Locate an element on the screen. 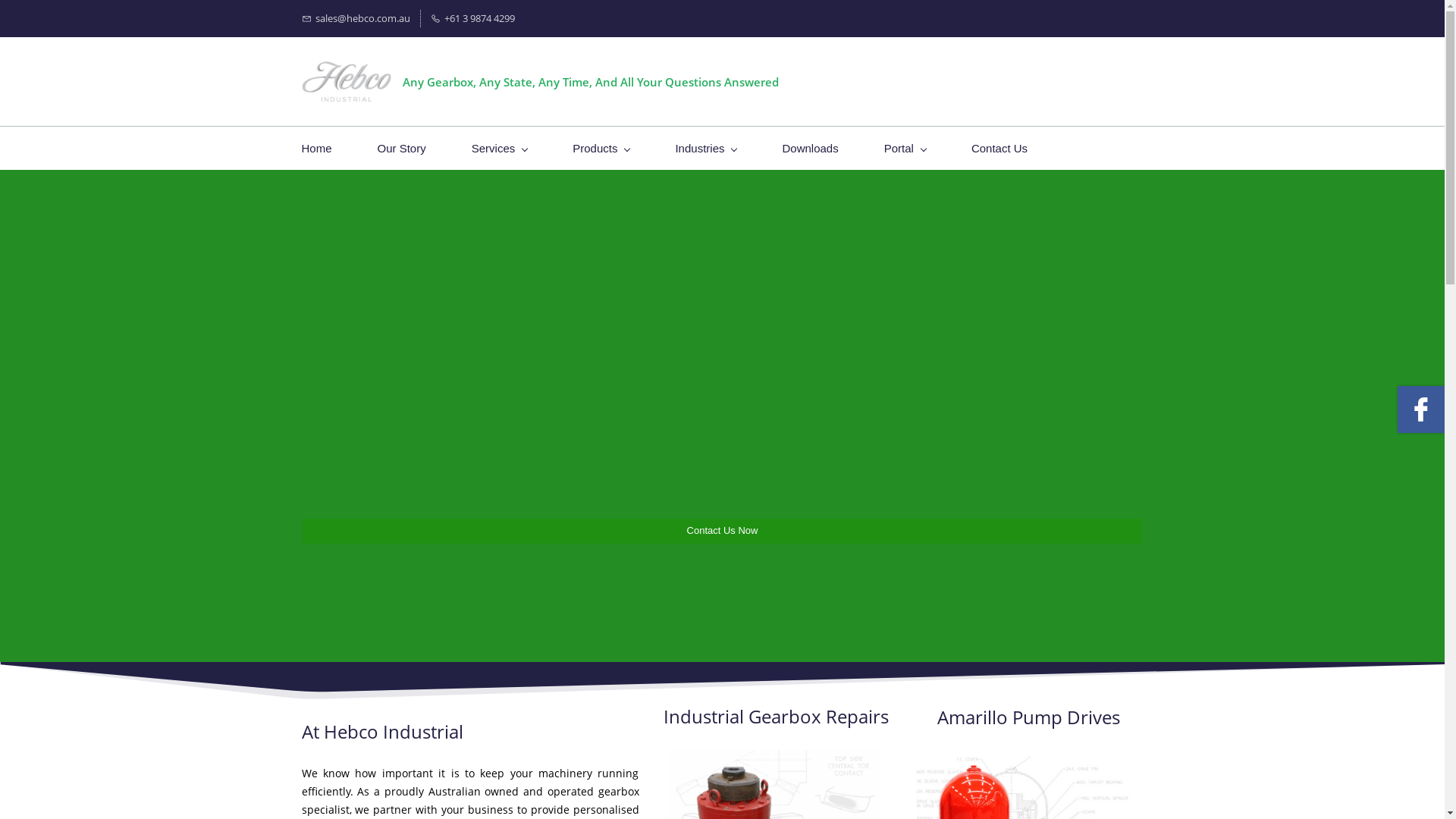 The width and height of the screenshot is (1456, 819). 'Products' is located at coordinates (600, 148).